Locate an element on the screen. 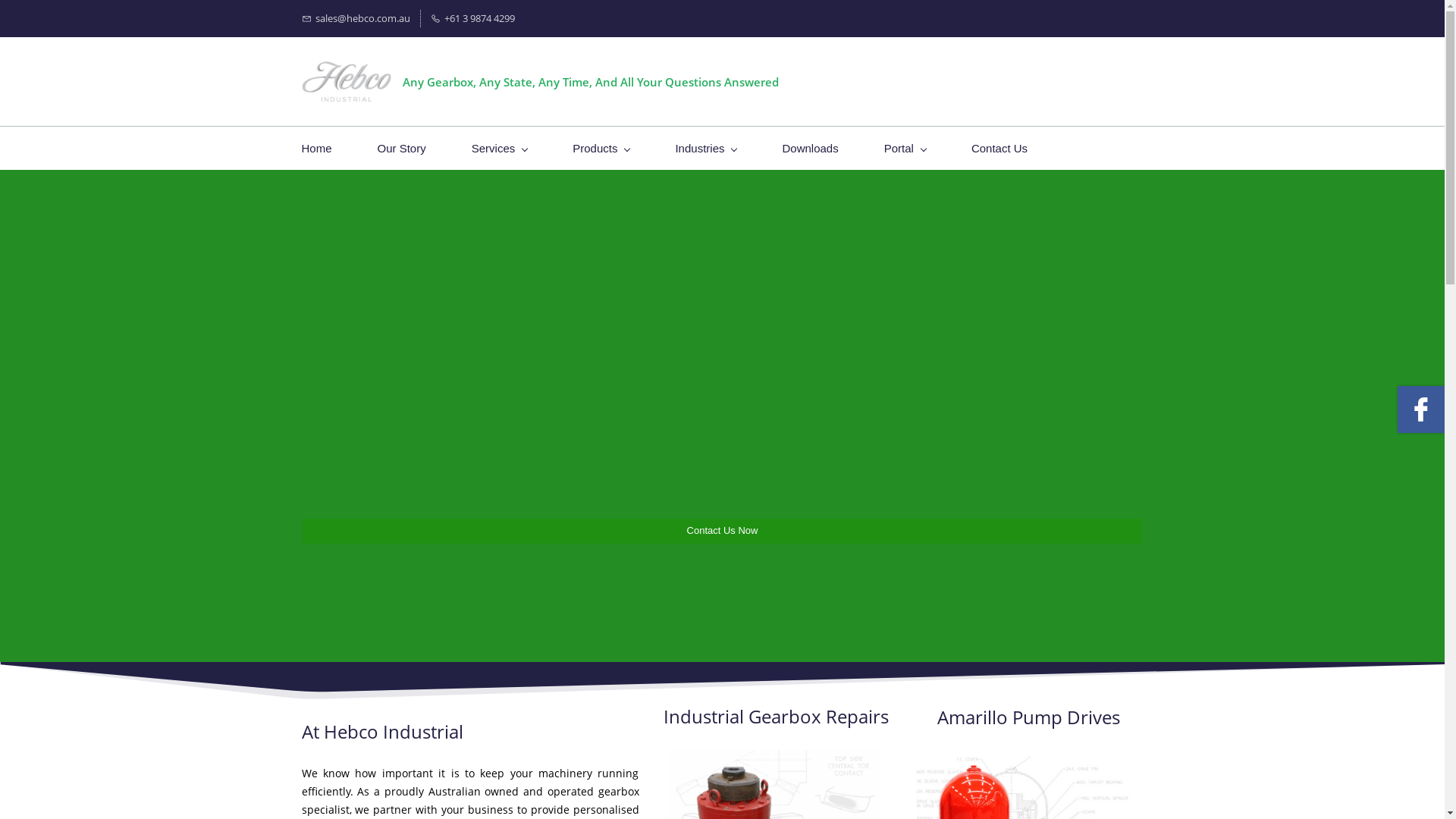 The width and height of the screenshot is (1456, 819). 'Products' is located at coordinates (600, 148).